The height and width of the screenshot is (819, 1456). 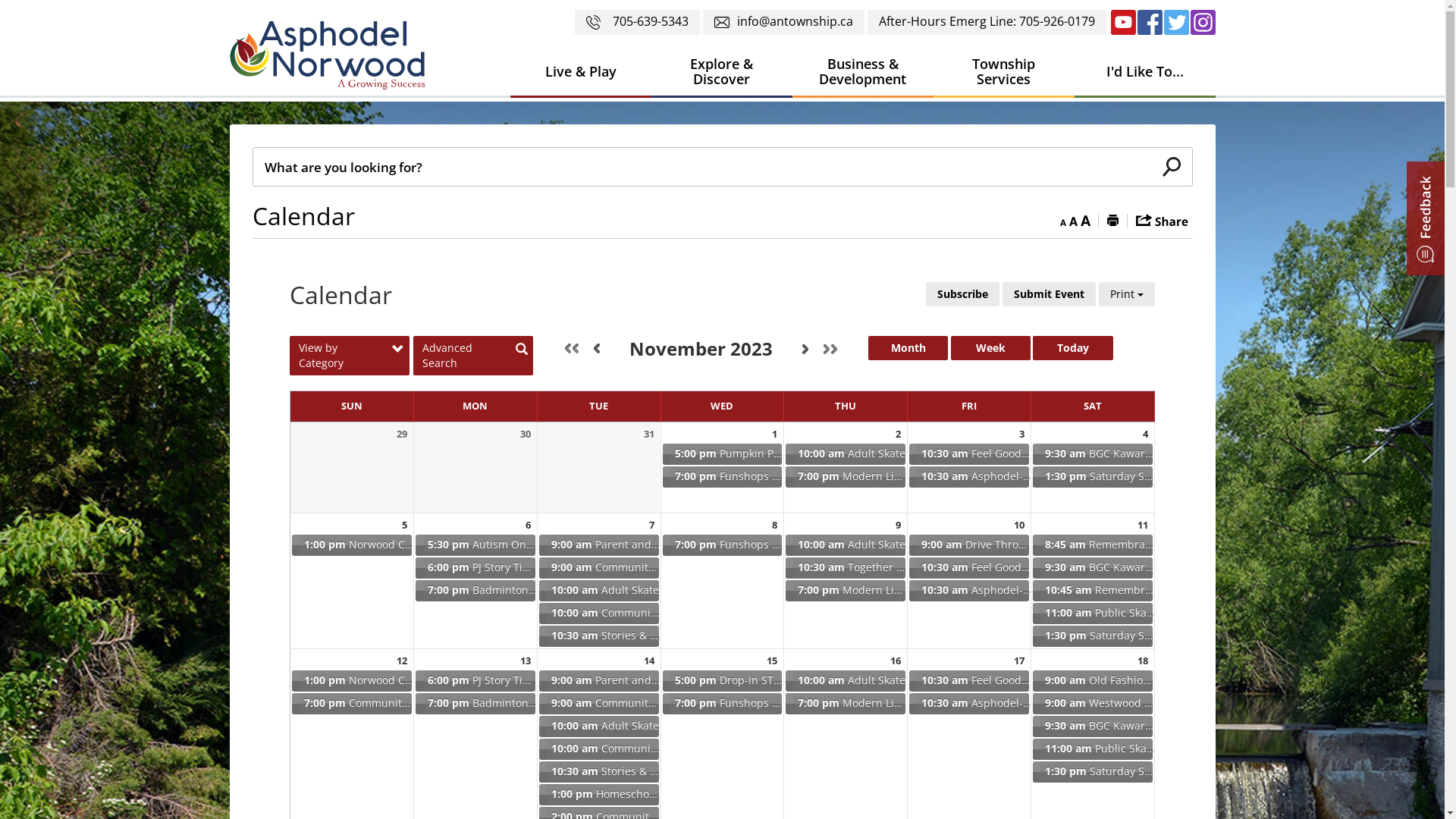 What do you see at coordinates (414, 704) in the screenshot?
I see `'7:00 pm Badminton Club'` at bounding box center [414, 704].